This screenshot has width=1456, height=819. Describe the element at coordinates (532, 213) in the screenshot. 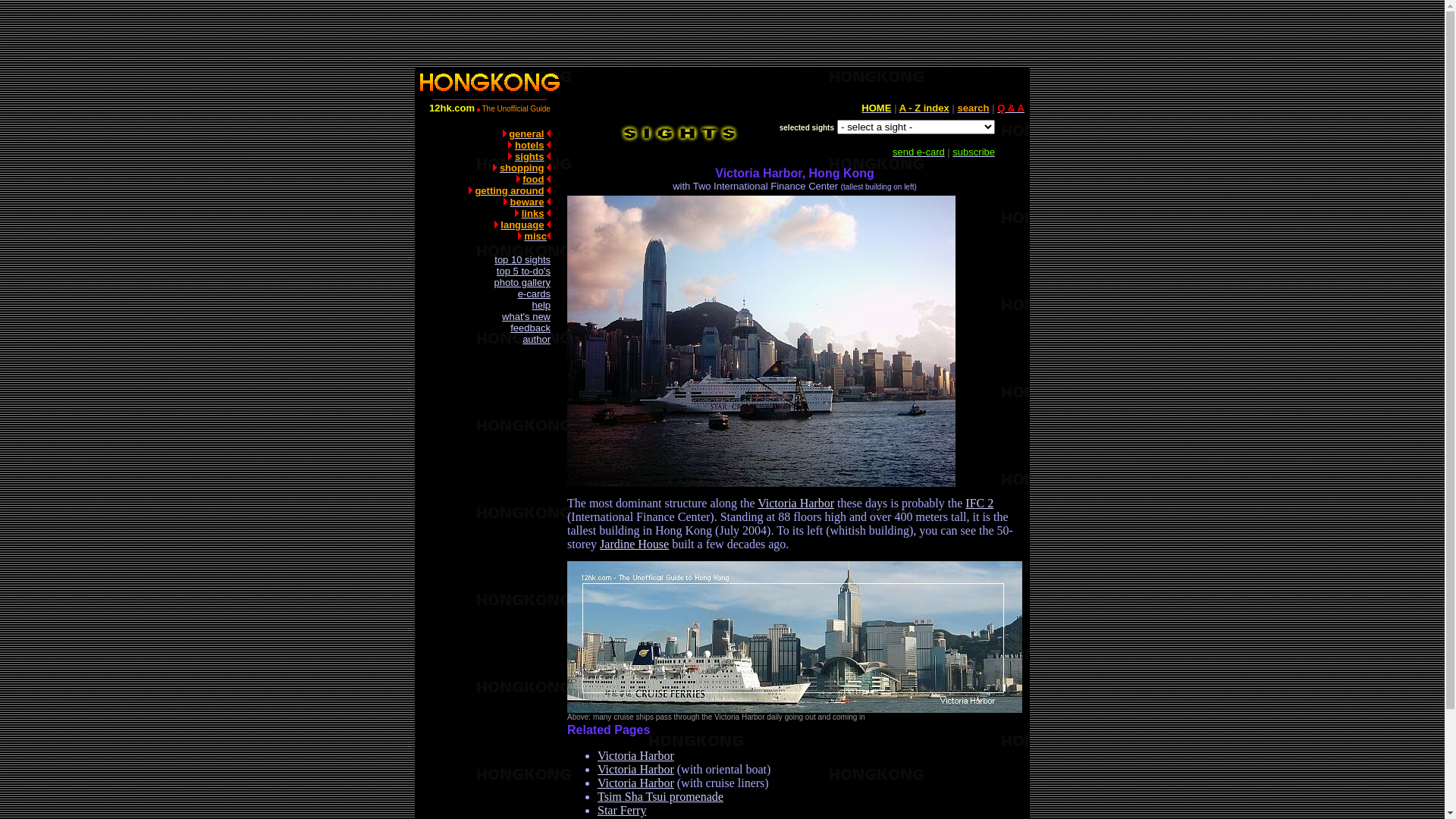

I see `'links'` at that location.